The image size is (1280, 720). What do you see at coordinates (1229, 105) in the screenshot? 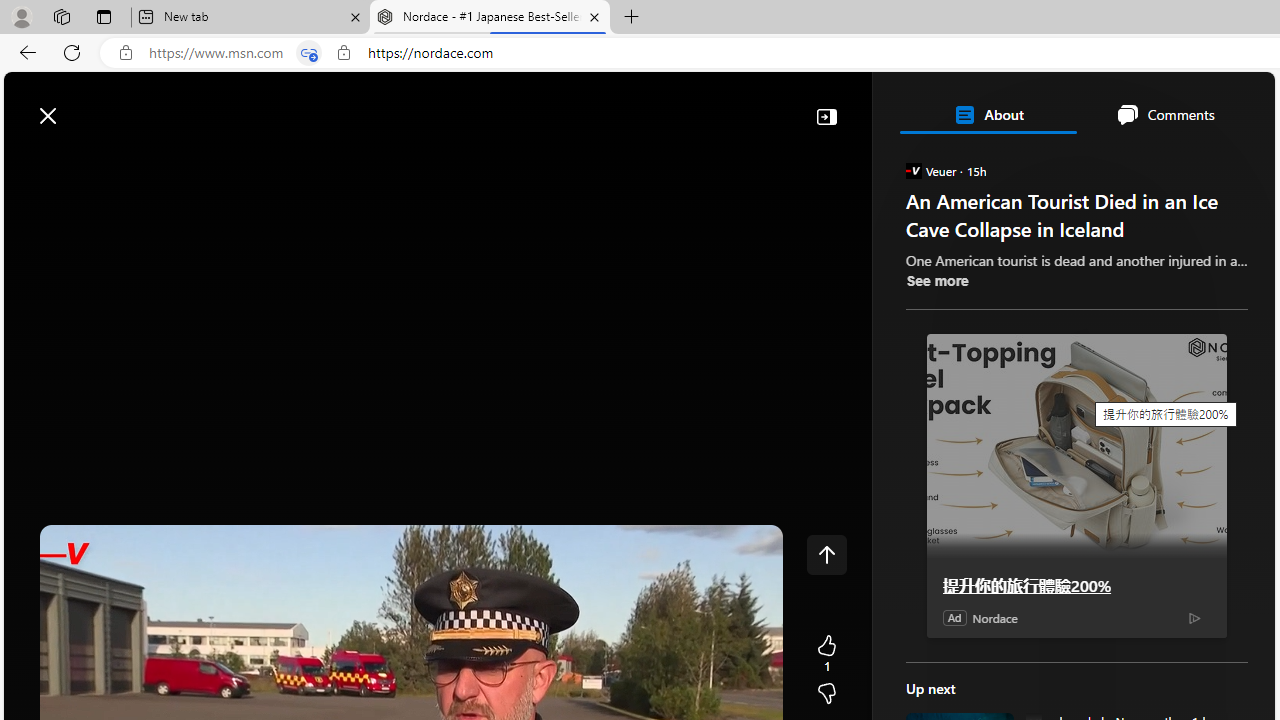
I see `'Open settings'` at bounding box center [1229, 105].